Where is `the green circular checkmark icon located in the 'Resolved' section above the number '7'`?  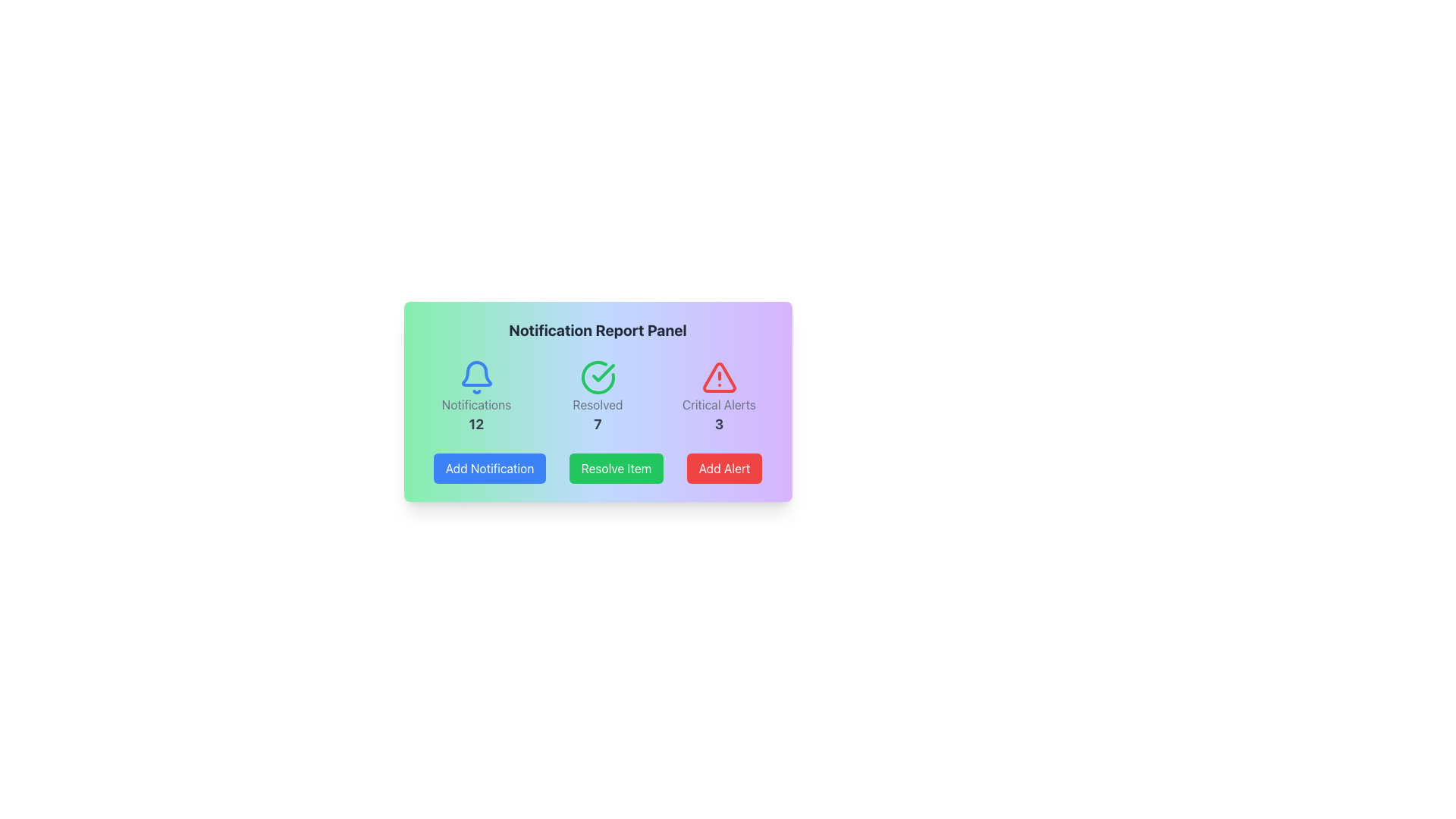
the green circular checkmark icon located in the 'Resolved' section above the number '7' is located at coordinates (597, 376).